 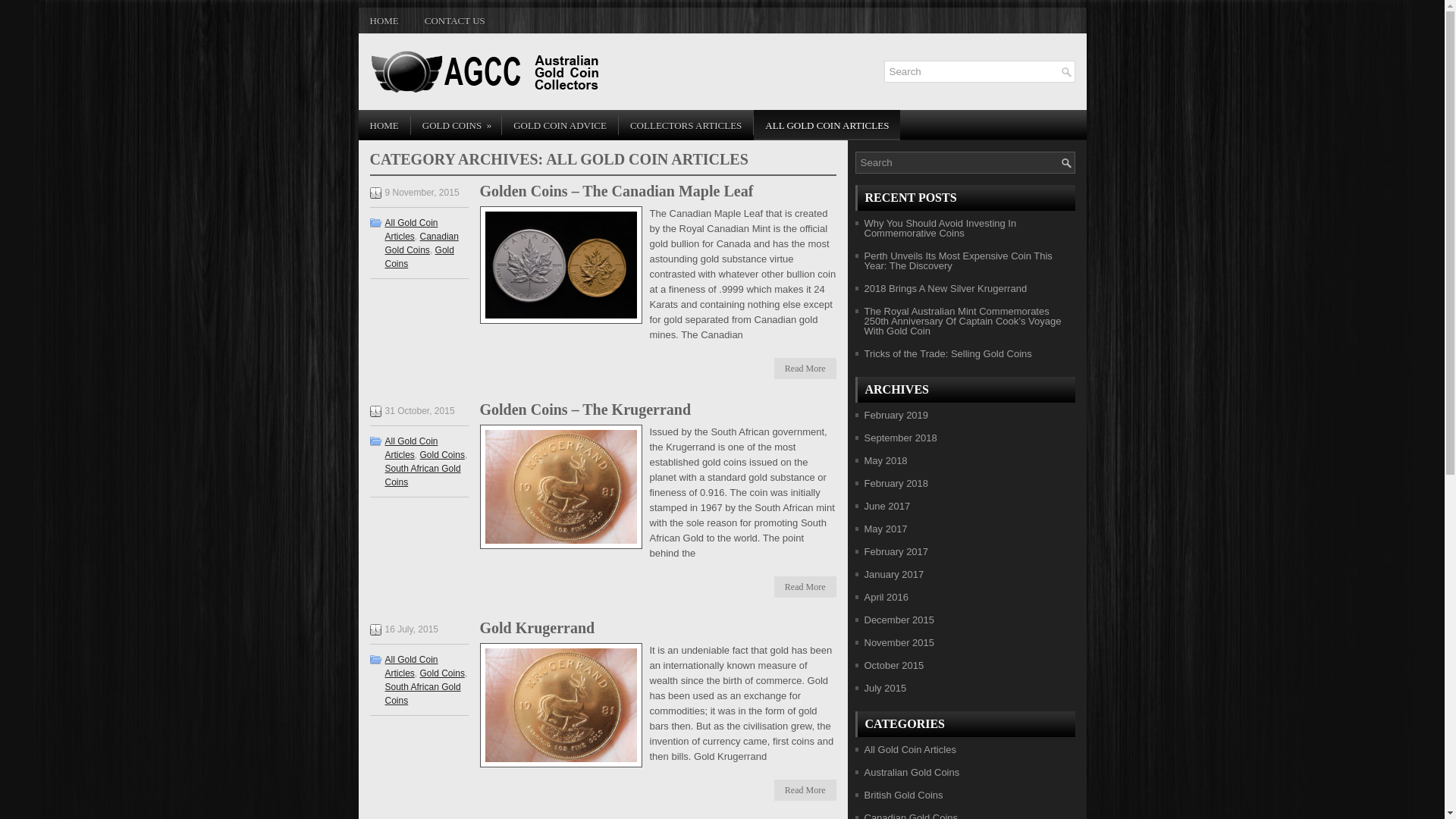 What do you see at coordinates (864, 596) in the screenshot?
I see `'April 2016'` at bounding box center [864, 596].